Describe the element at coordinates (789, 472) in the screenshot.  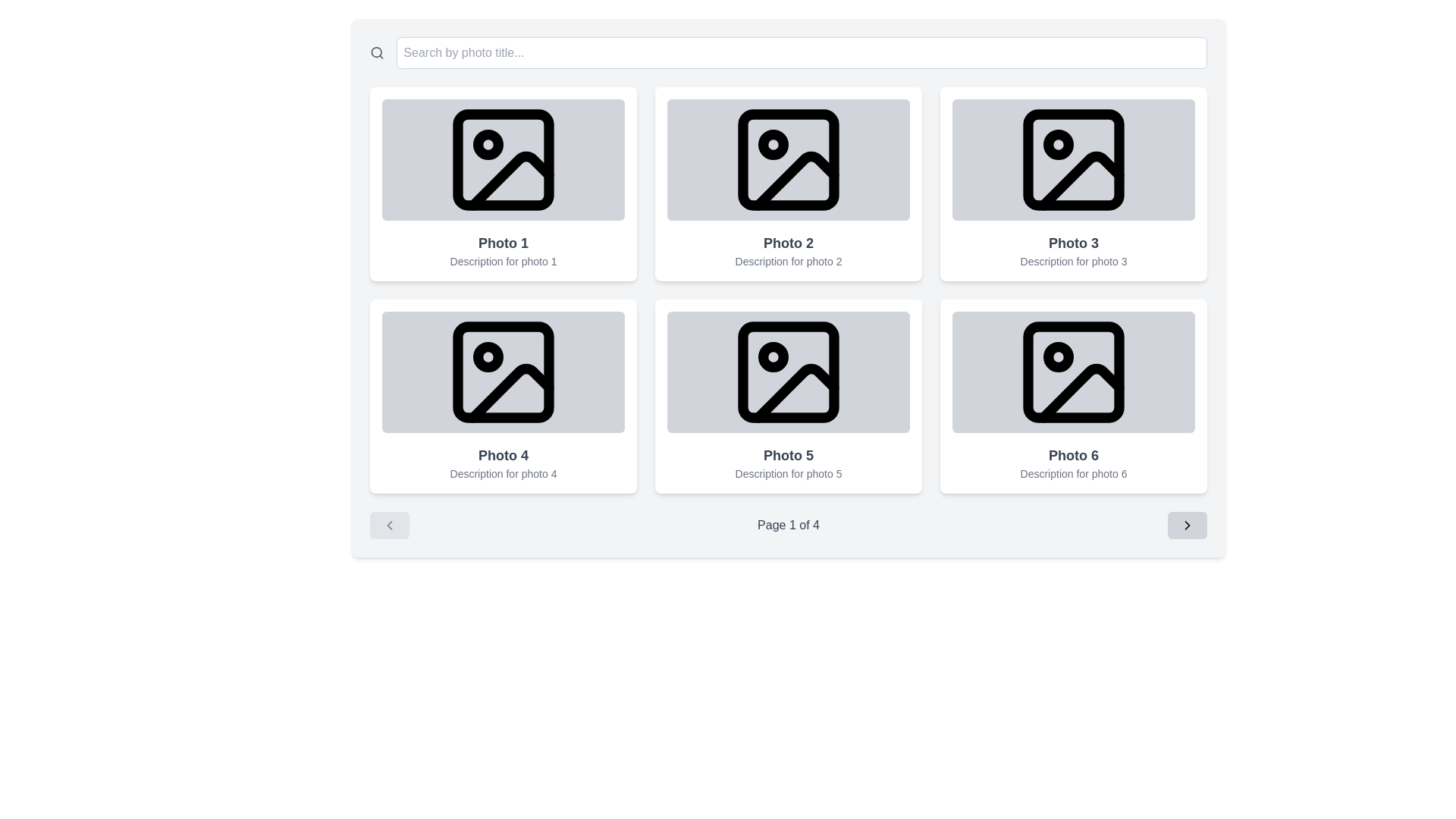
I see `the static text labeled 'Description for photo 5', which is styled in a small light gray font and positioned centrally below the 'Photo 5' title within its card` at that location.